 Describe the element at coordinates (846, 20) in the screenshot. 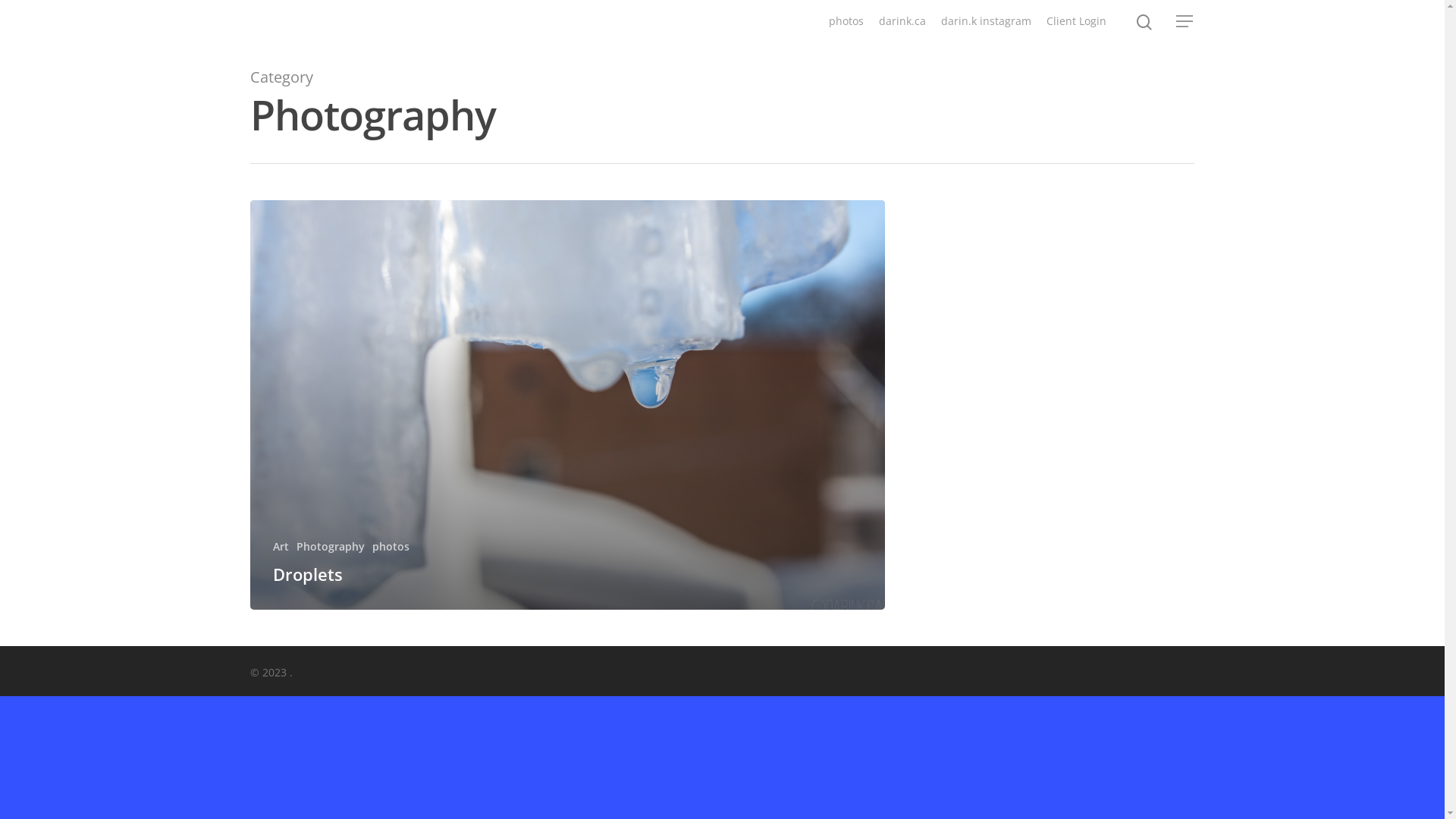

I see `'photos'` at that location.